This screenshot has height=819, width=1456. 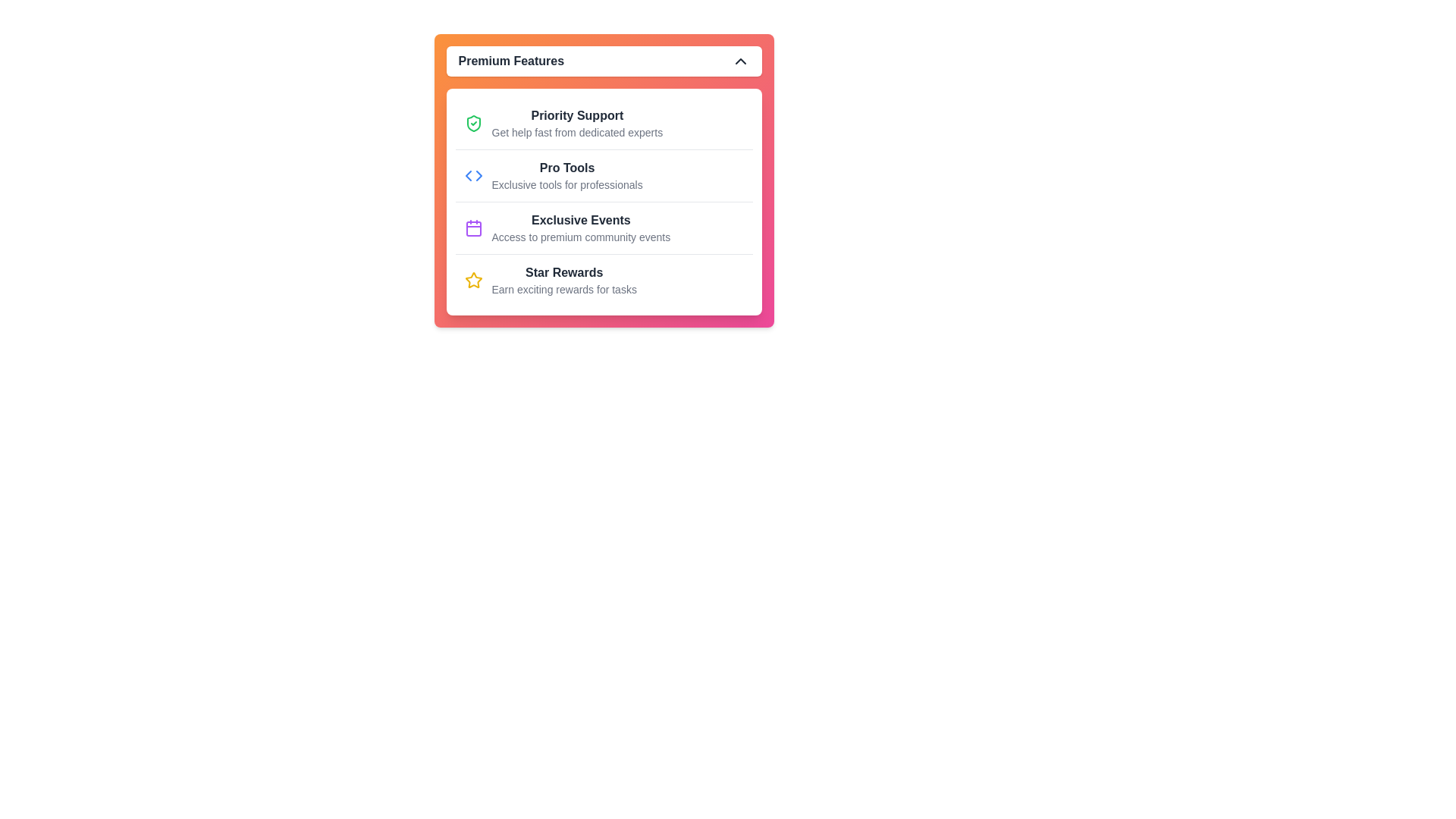 I want to click on the text label providing additional descriptive information about the 'Exclusive Events' feature, located directly below the text 'Exclusive Events', so click(x=580, y=237).